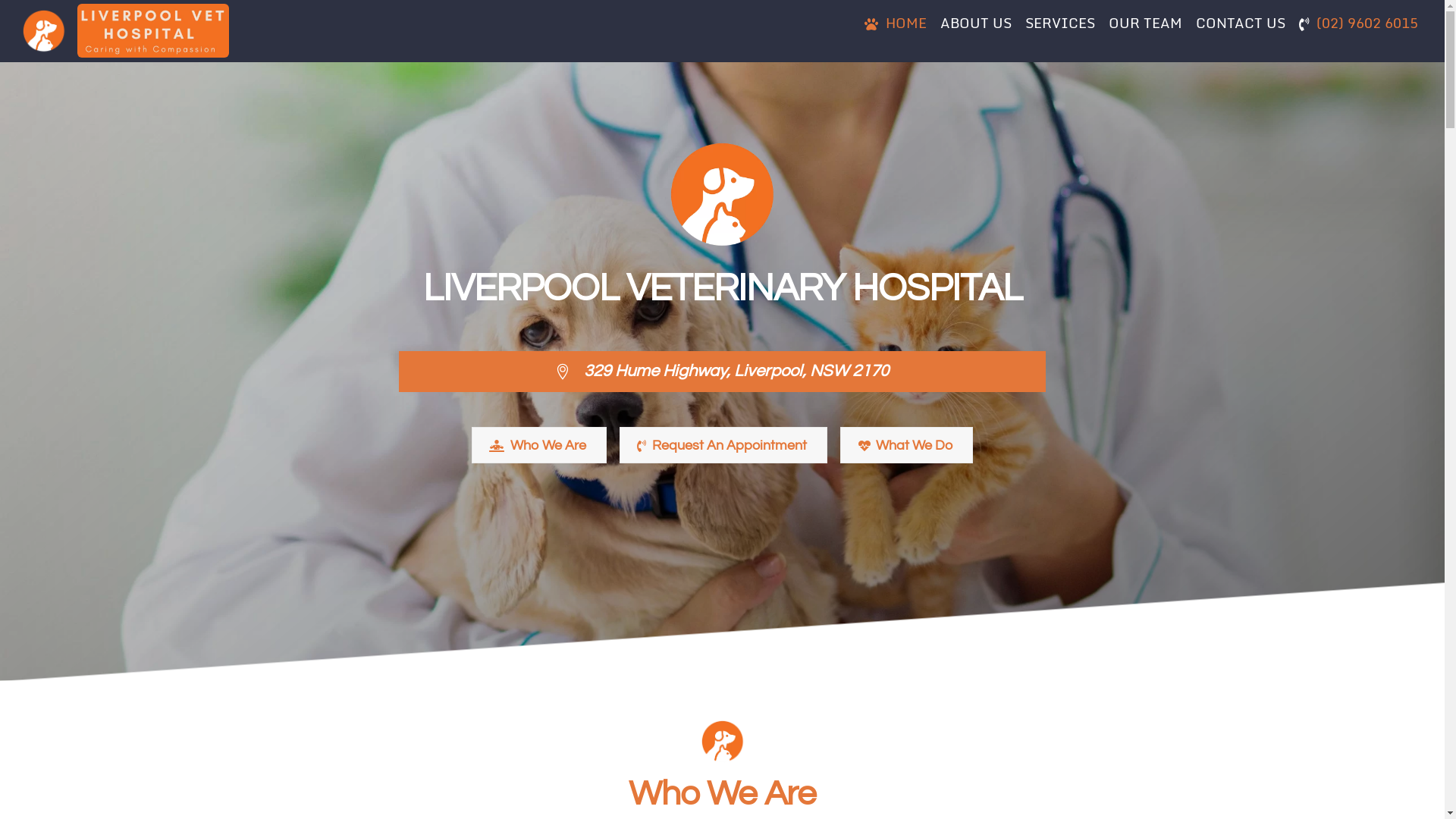 This screenshot has height=819, width=1456. Describe the element at coordinates (723, 444) in the screenshot. I see `'Request An Appointment'` at that location.